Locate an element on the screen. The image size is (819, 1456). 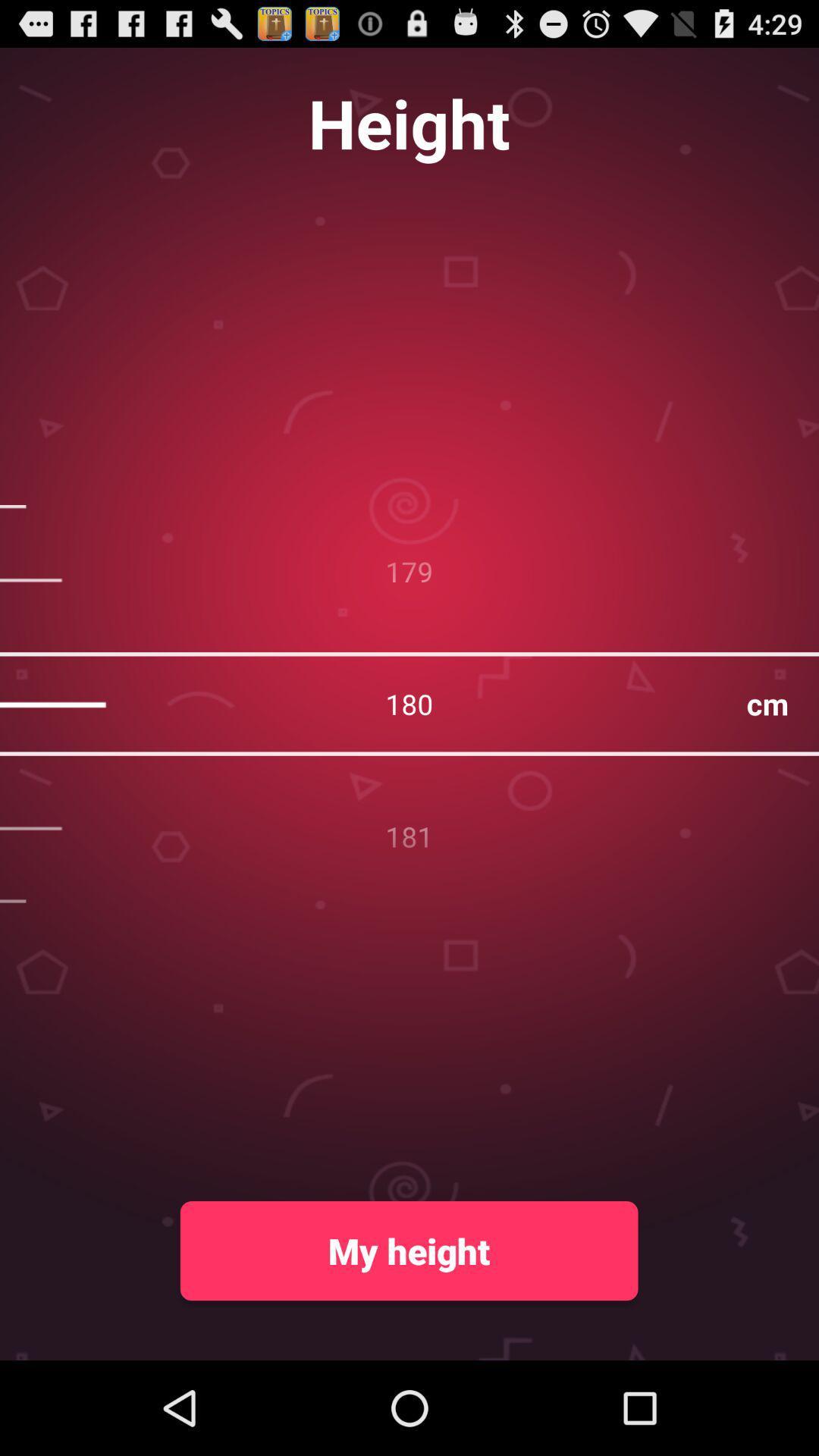
my height is located at coordinates (408, 1250).